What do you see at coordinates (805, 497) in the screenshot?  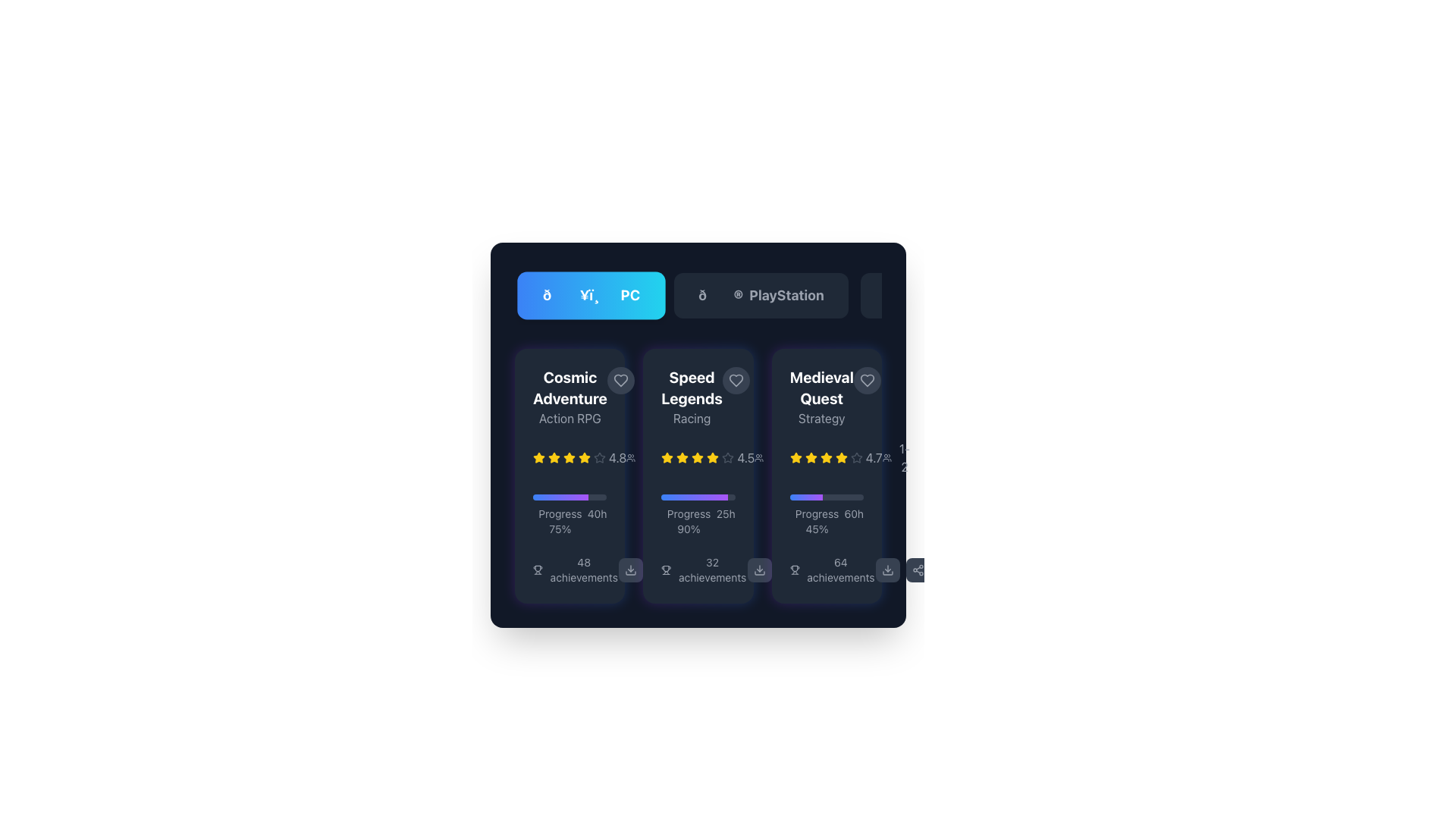 I see `the progress bar segment styled with a gradient from blue to purple within the 'Medieval Quest' game card` at bounding box center [805, 497].